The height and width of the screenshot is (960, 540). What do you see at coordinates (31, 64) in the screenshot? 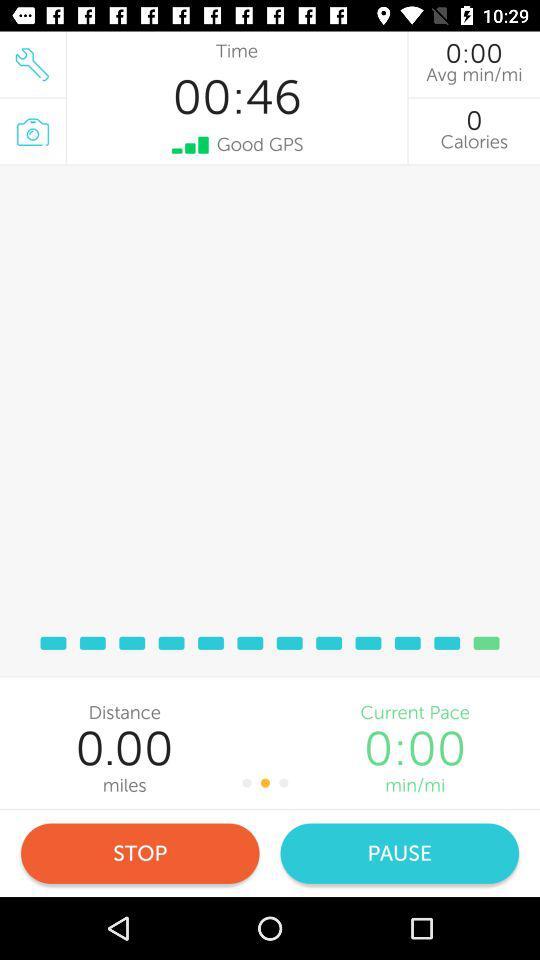
I see `the build icon` at bounding box center [31, 64].